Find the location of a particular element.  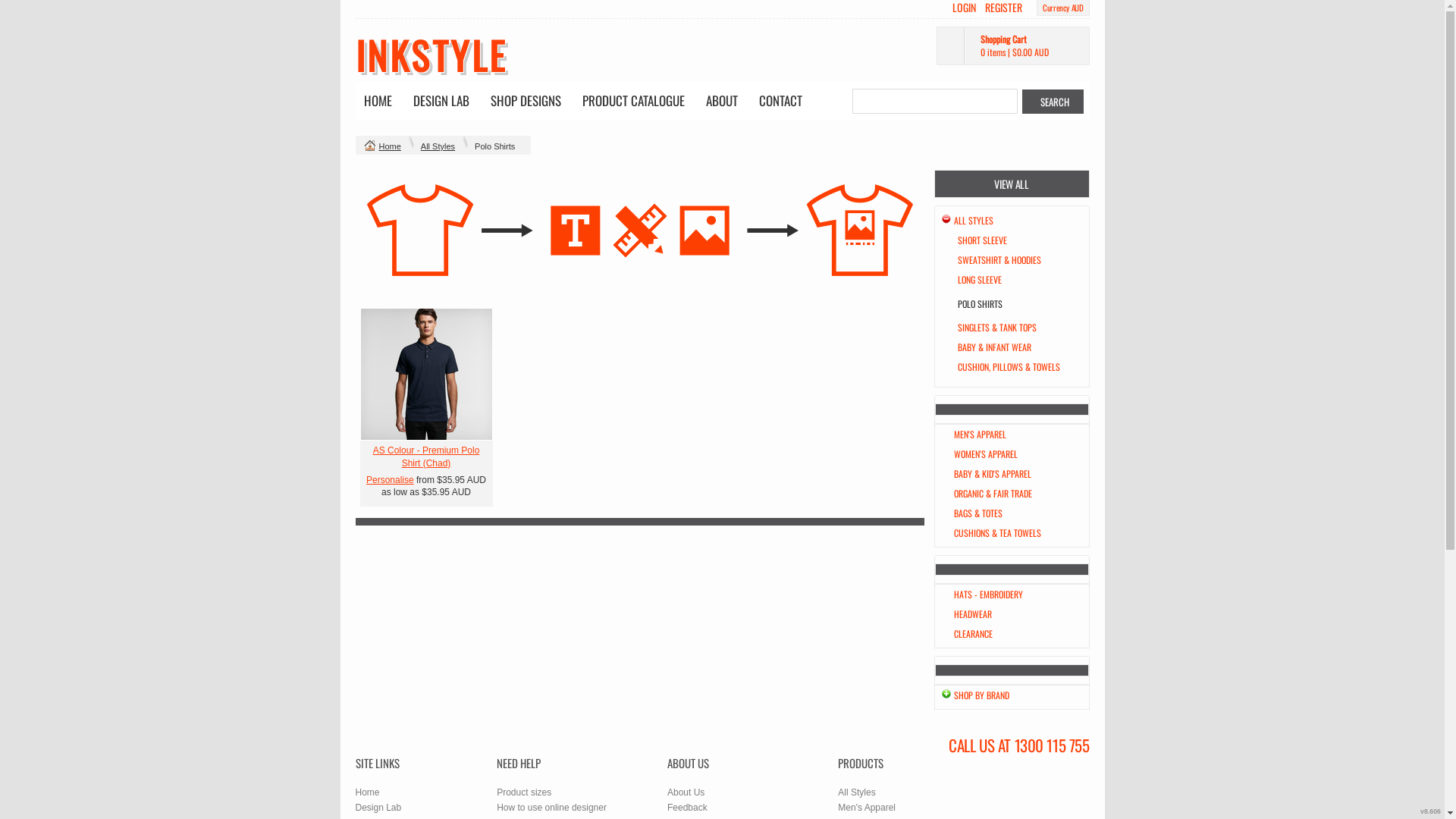

'Product sizes' is located at coordinates (496, 792).